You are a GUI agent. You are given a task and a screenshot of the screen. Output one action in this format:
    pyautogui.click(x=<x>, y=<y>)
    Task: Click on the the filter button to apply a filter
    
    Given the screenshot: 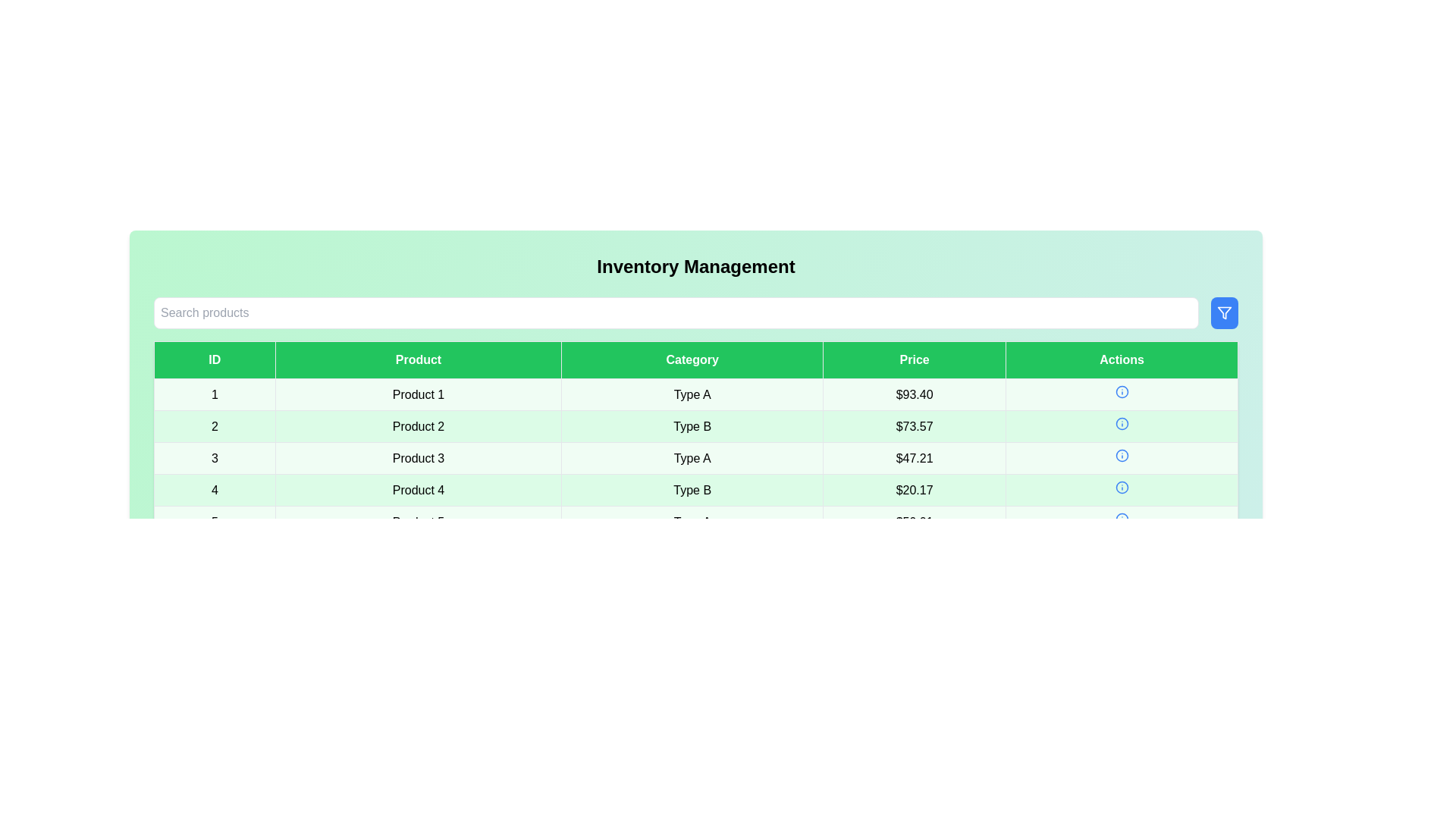 What is the action you would take?
    pyautogui.click(x=1224, y=312)
    